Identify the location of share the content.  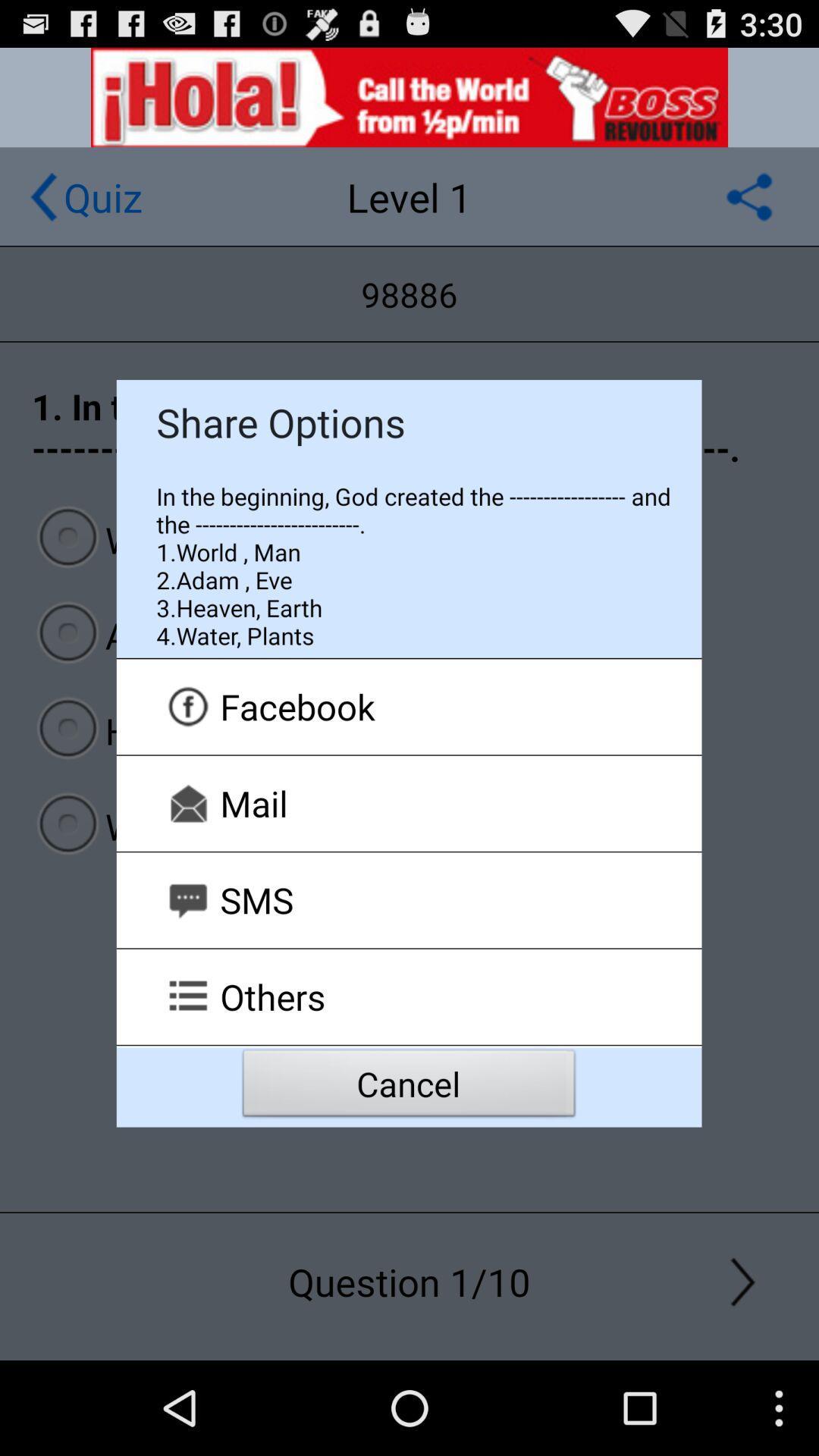
(748, 196).